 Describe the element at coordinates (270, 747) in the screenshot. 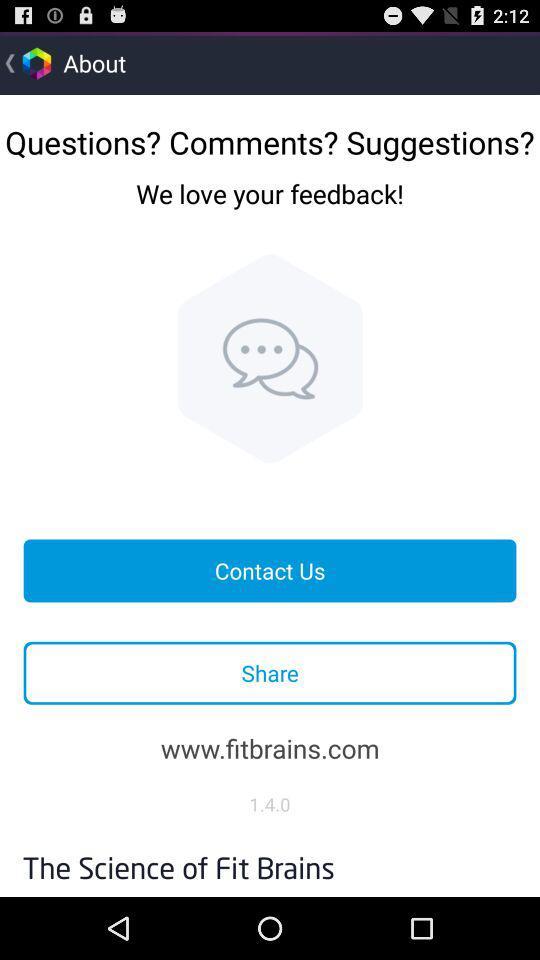

I see `the www.fitbrains.com item` at that location.